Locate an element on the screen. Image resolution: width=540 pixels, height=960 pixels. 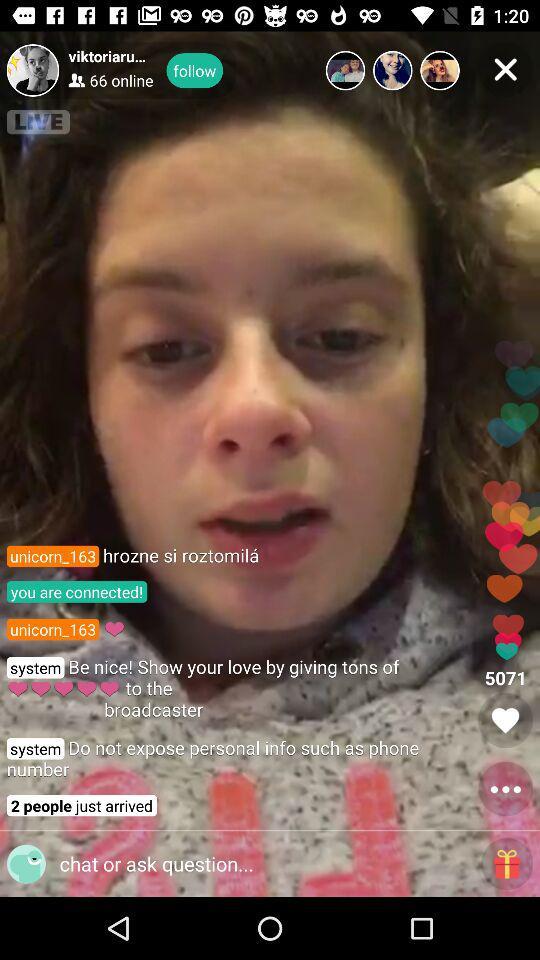
the gift icon is located at coordinates (507, 863).